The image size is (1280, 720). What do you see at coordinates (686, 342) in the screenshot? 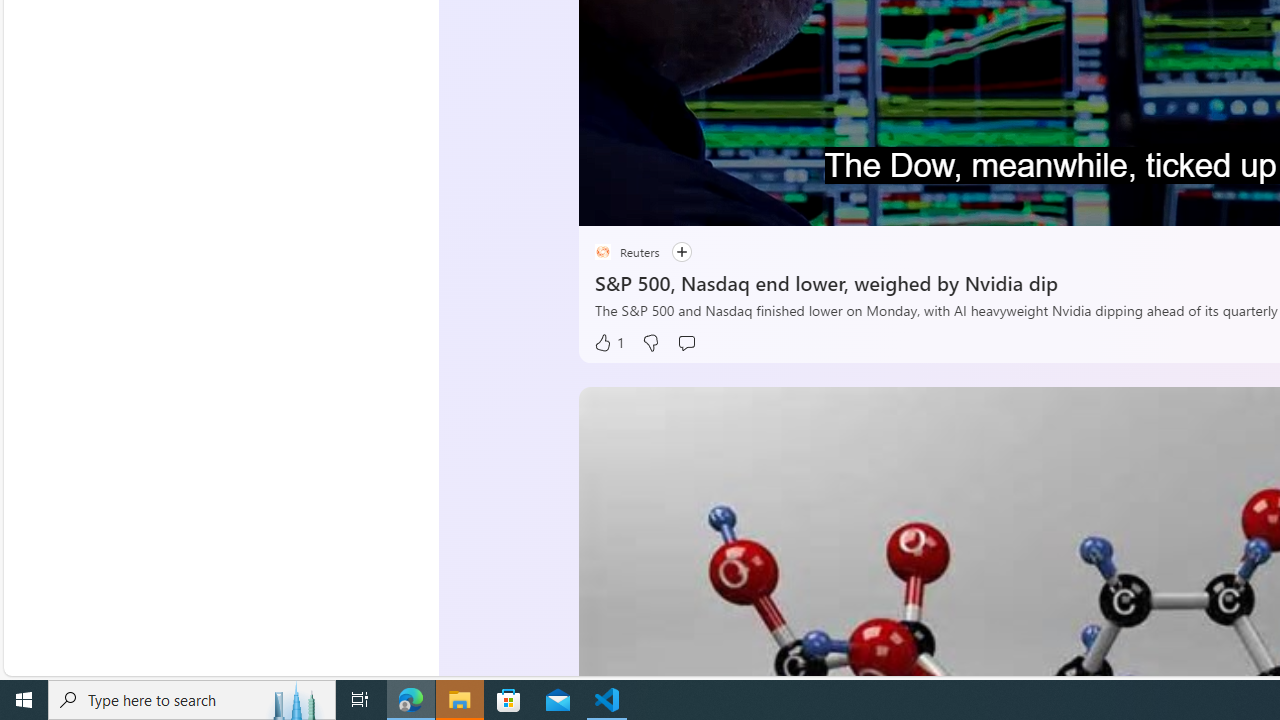
I see `'Start the conversation'` at bounding box center [686, 342].